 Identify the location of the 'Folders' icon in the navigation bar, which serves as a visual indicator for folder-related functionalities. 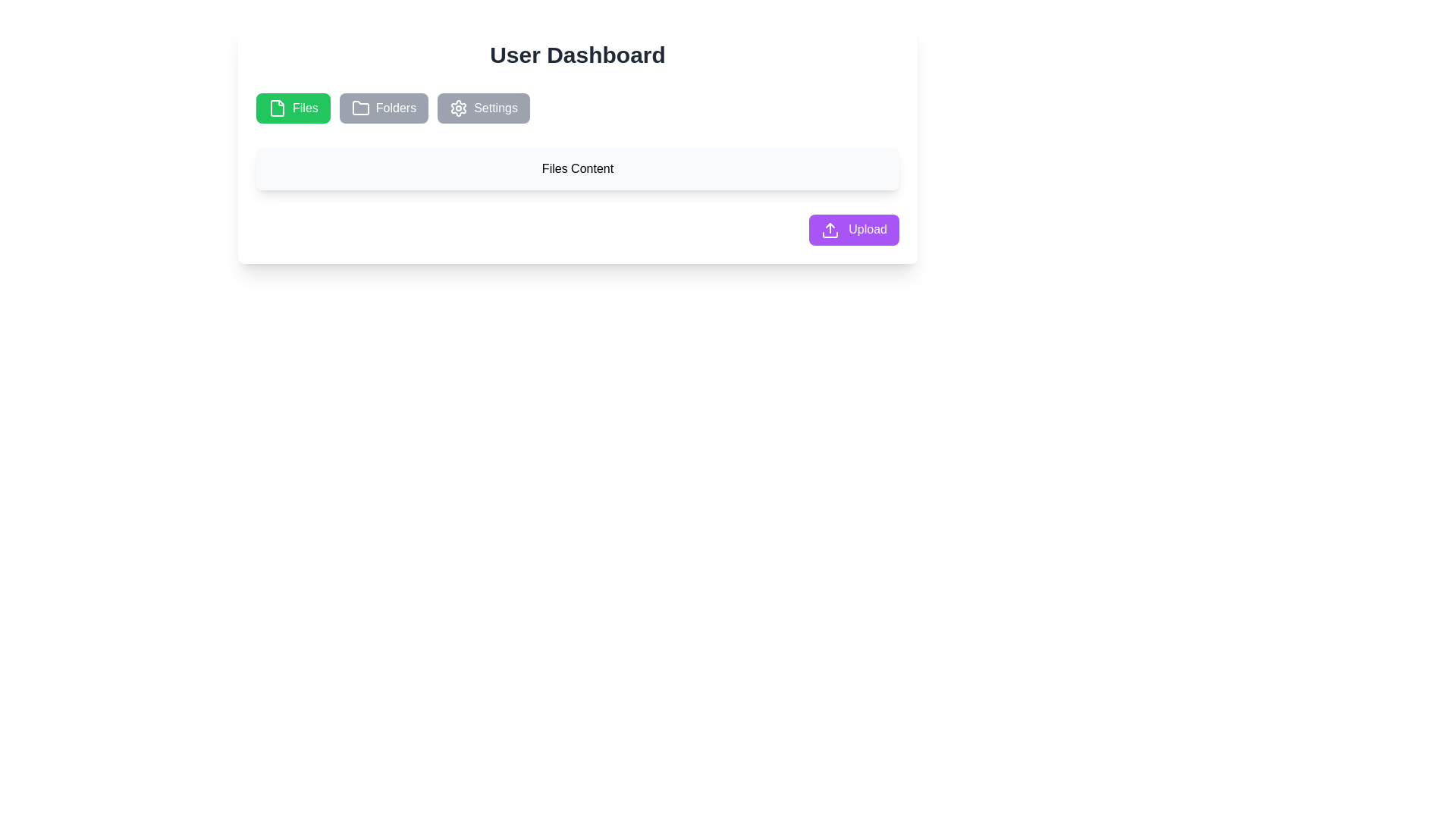
(359, 107).